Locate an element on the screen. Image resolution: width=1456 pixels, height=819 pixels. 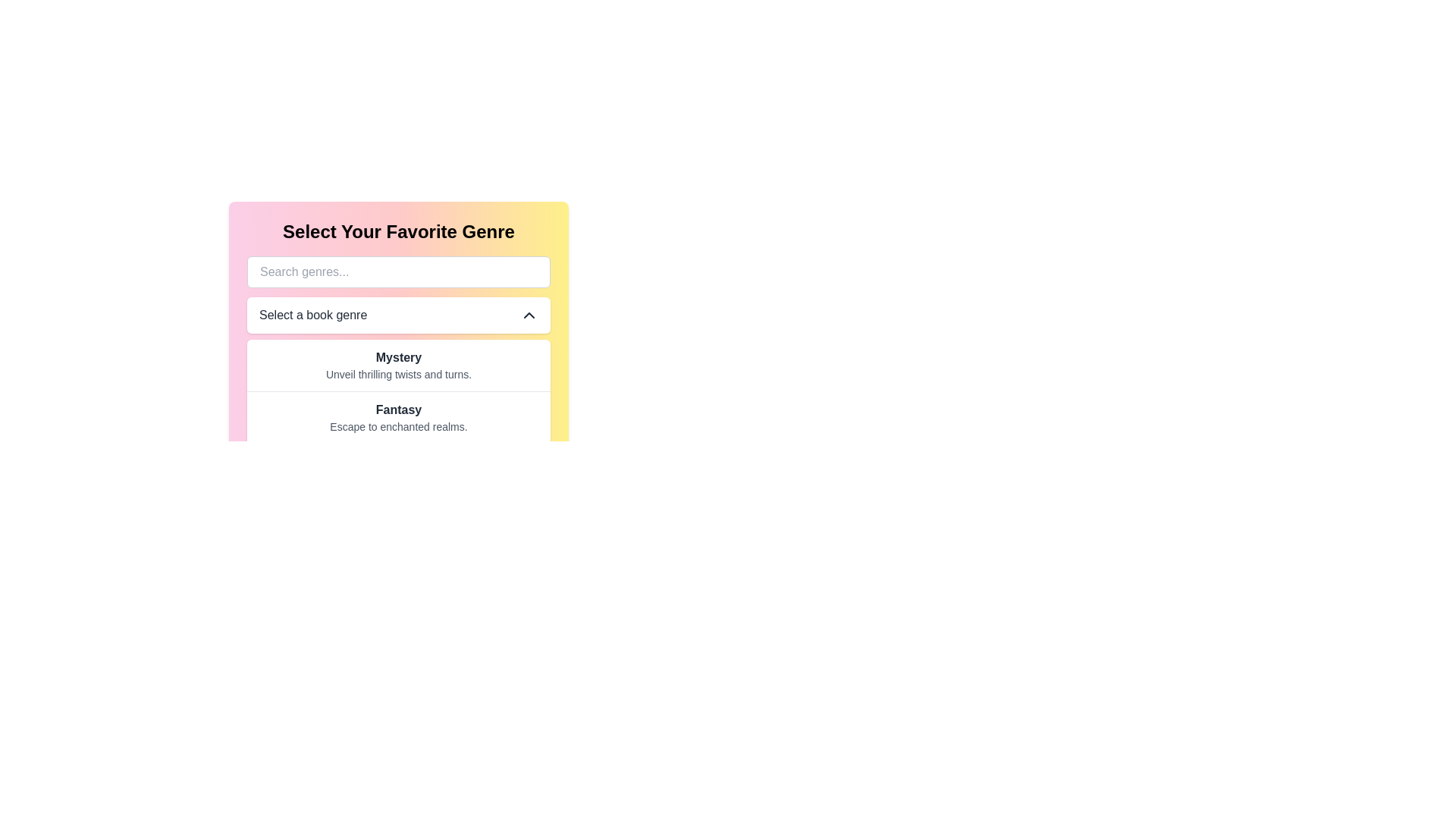
the dropdown menu for selecting a preferred book genre is located at coordinates (399, 382).